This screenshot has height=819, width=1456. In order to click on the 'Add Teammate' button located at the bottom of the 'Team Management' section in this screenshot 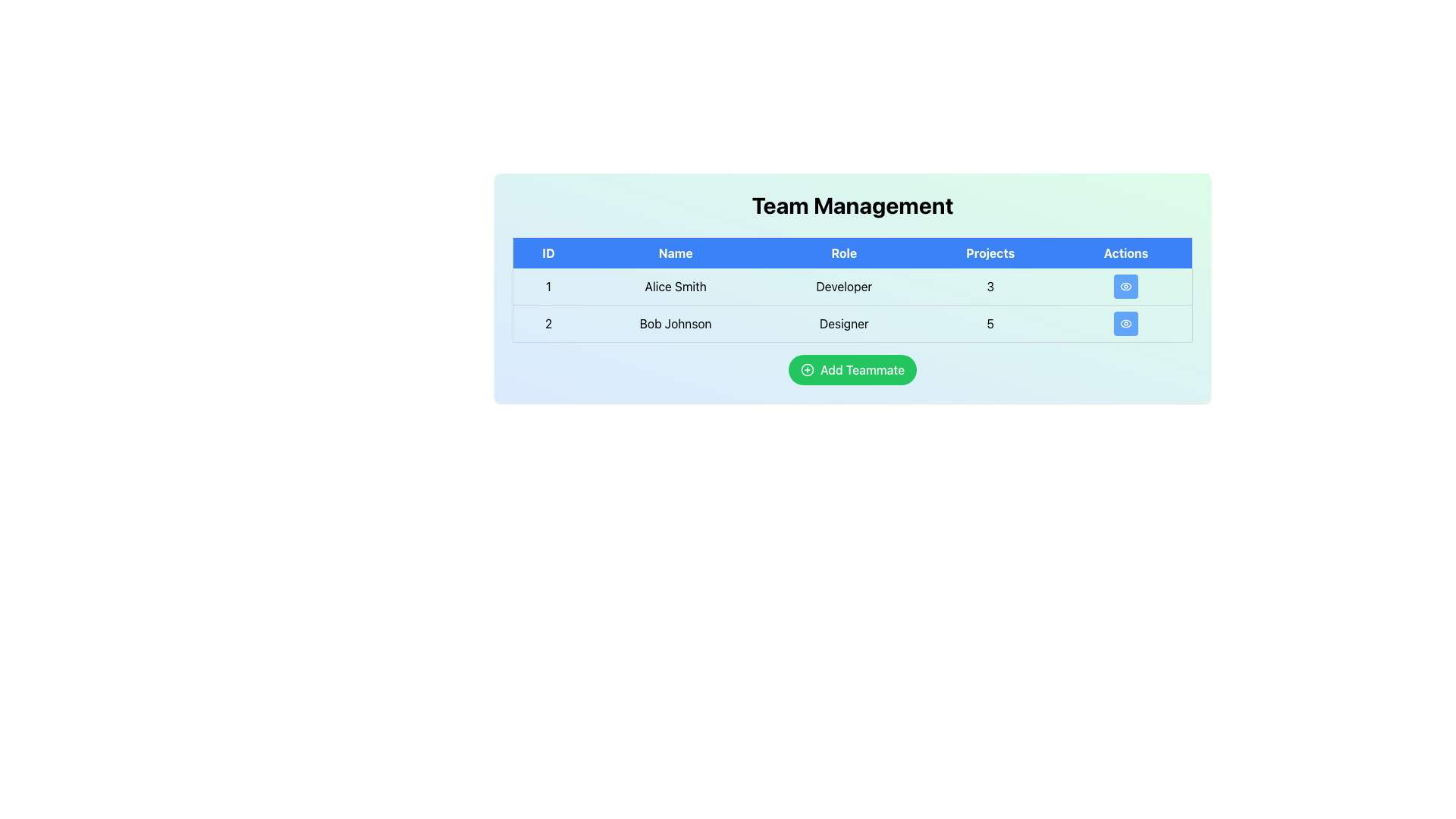, I will do `click(852, 370)`.